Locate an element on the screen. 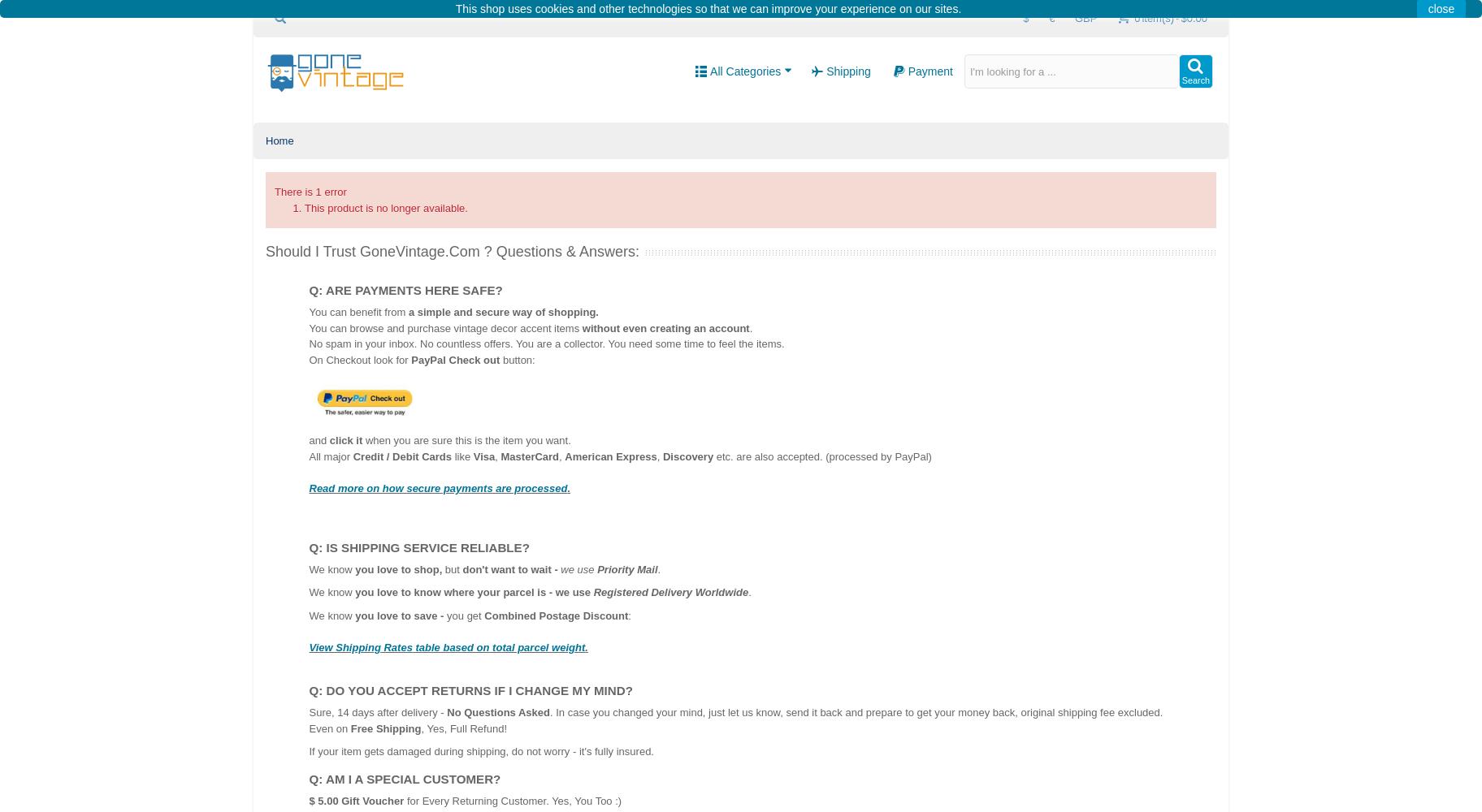 This screenshot has height=812, width=1482. 'item(s)' is located at coordinates (1141, 18).